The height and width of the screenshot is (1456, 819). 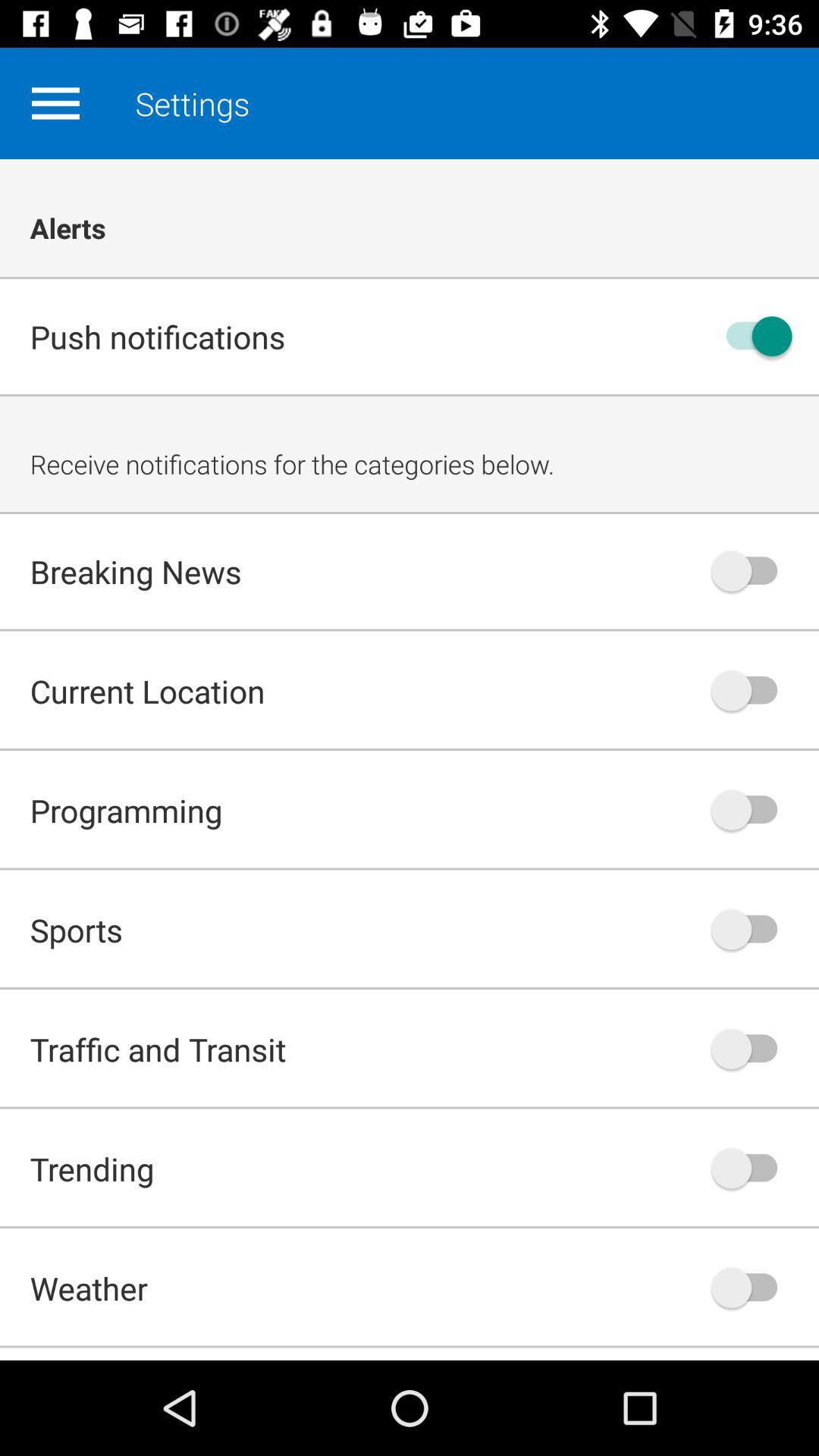 I want to click on the menu icon, so click(x=55, y=102).